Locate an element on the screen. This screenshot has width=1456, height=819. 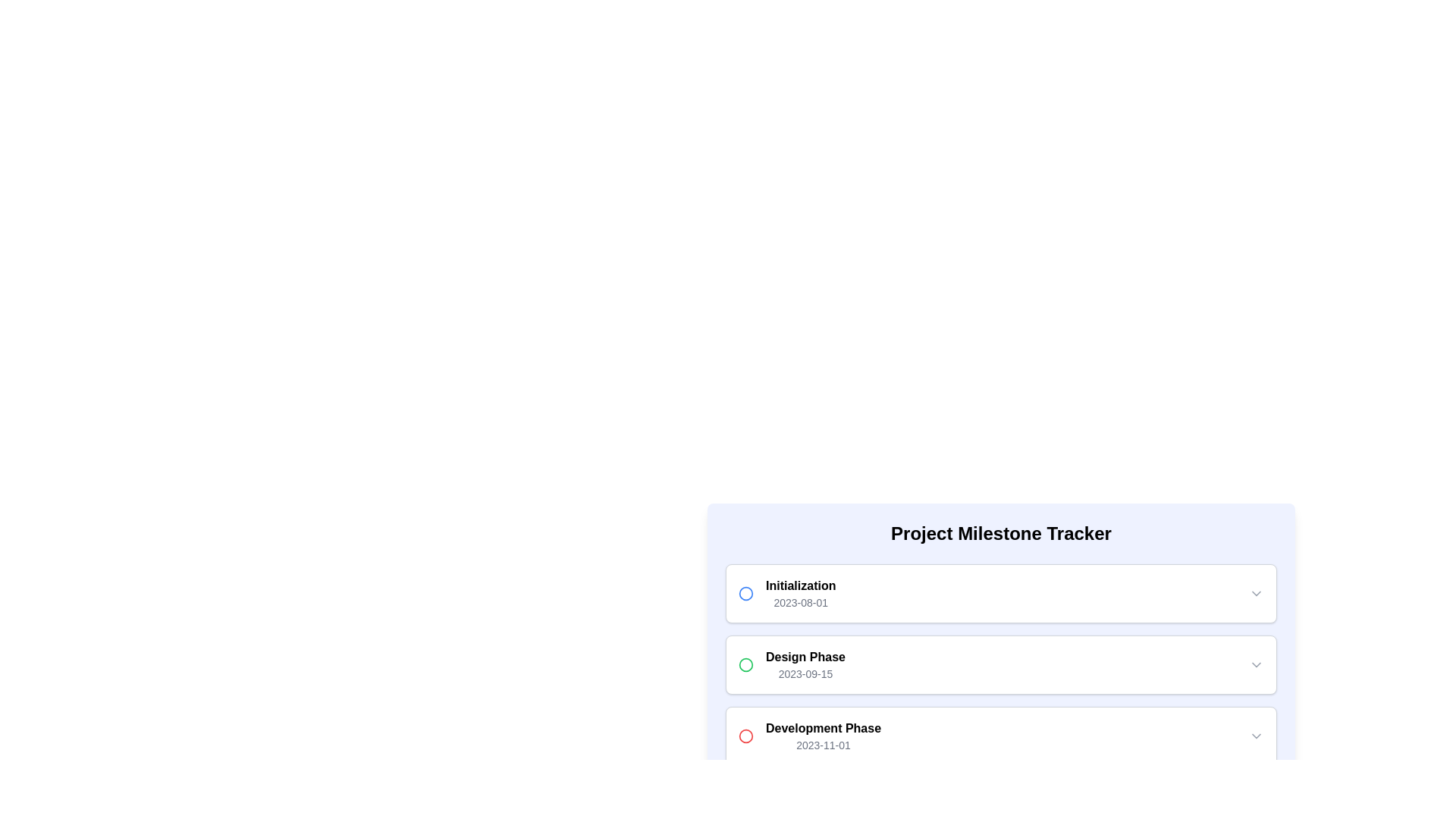
the milestone entry labeled 'Design Phase' with an active status indicator is located at coordinates (791, 664).